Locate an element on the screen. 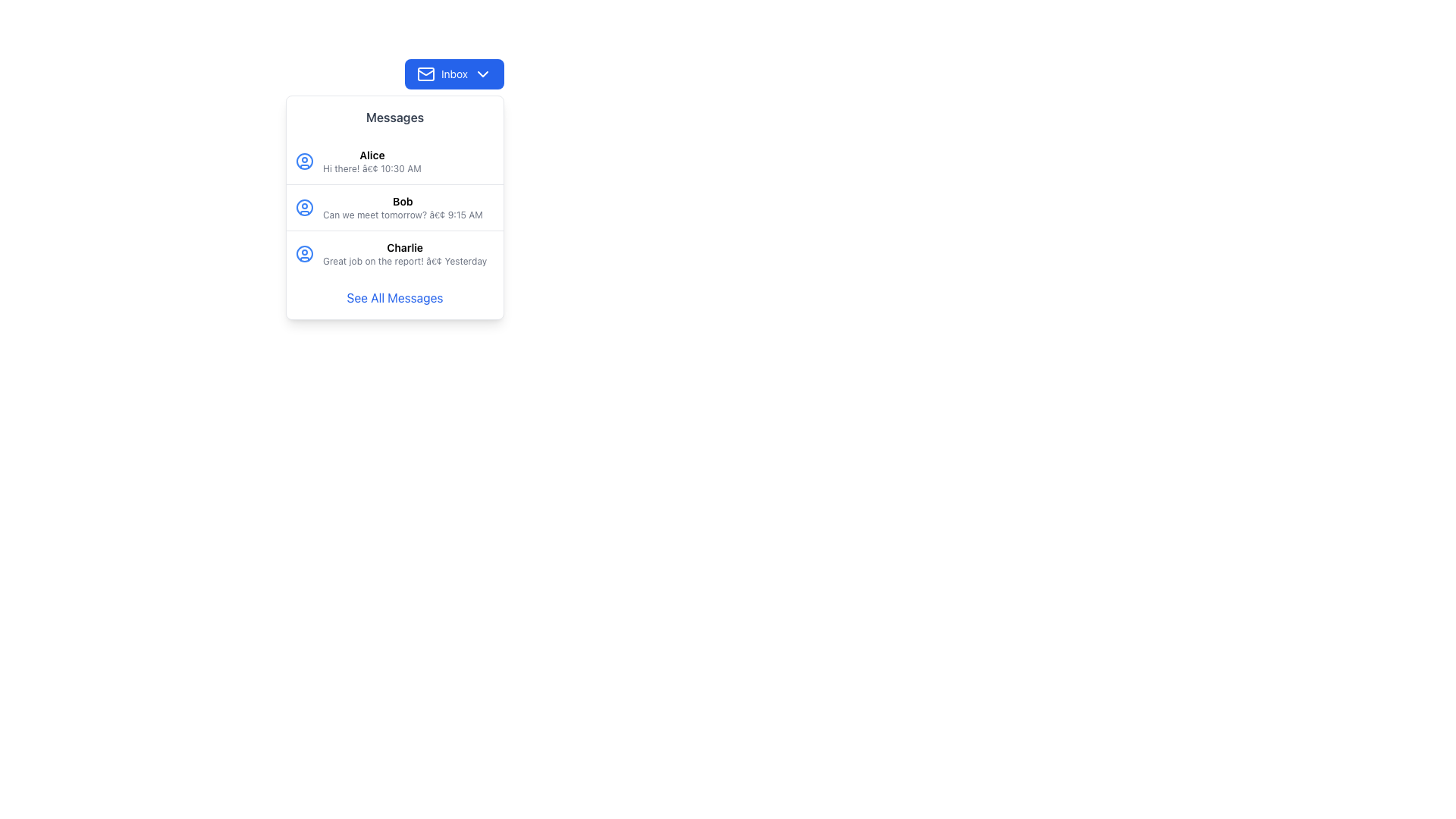 The width and height of the screenshot is (1456, 819). the text label that reads 'Great job on the report! • Yesterday', which is styled in light gray and located below the name 'Charlie' in the third message entry is located at coordinates (405, 260).